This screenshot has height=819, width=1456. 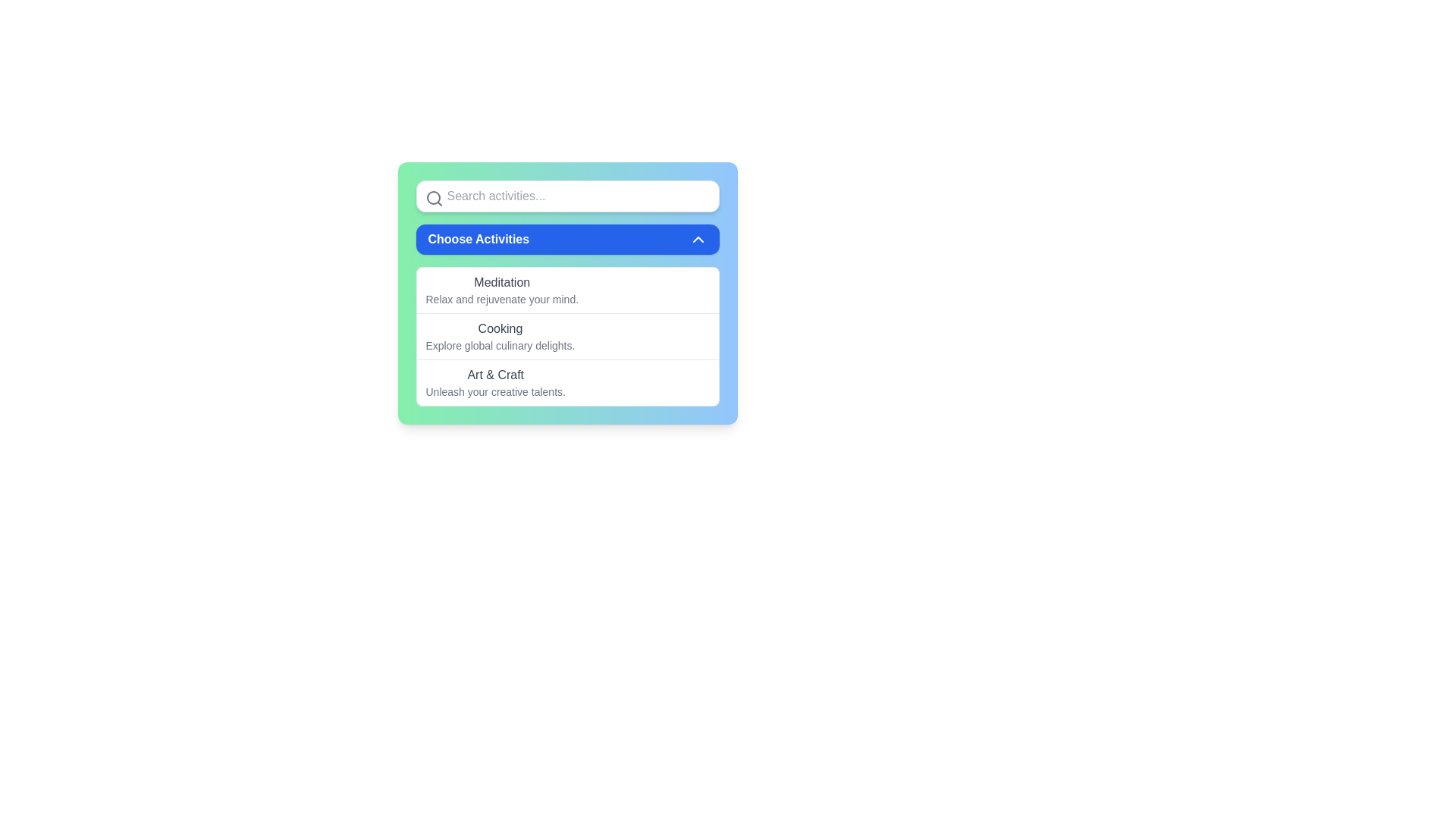 I want to click on the text label that reads 'Unleash your creative talents.' positioned below 'Art & Craft' in the 'Choose Activities' list, so click(x=495, y=391).